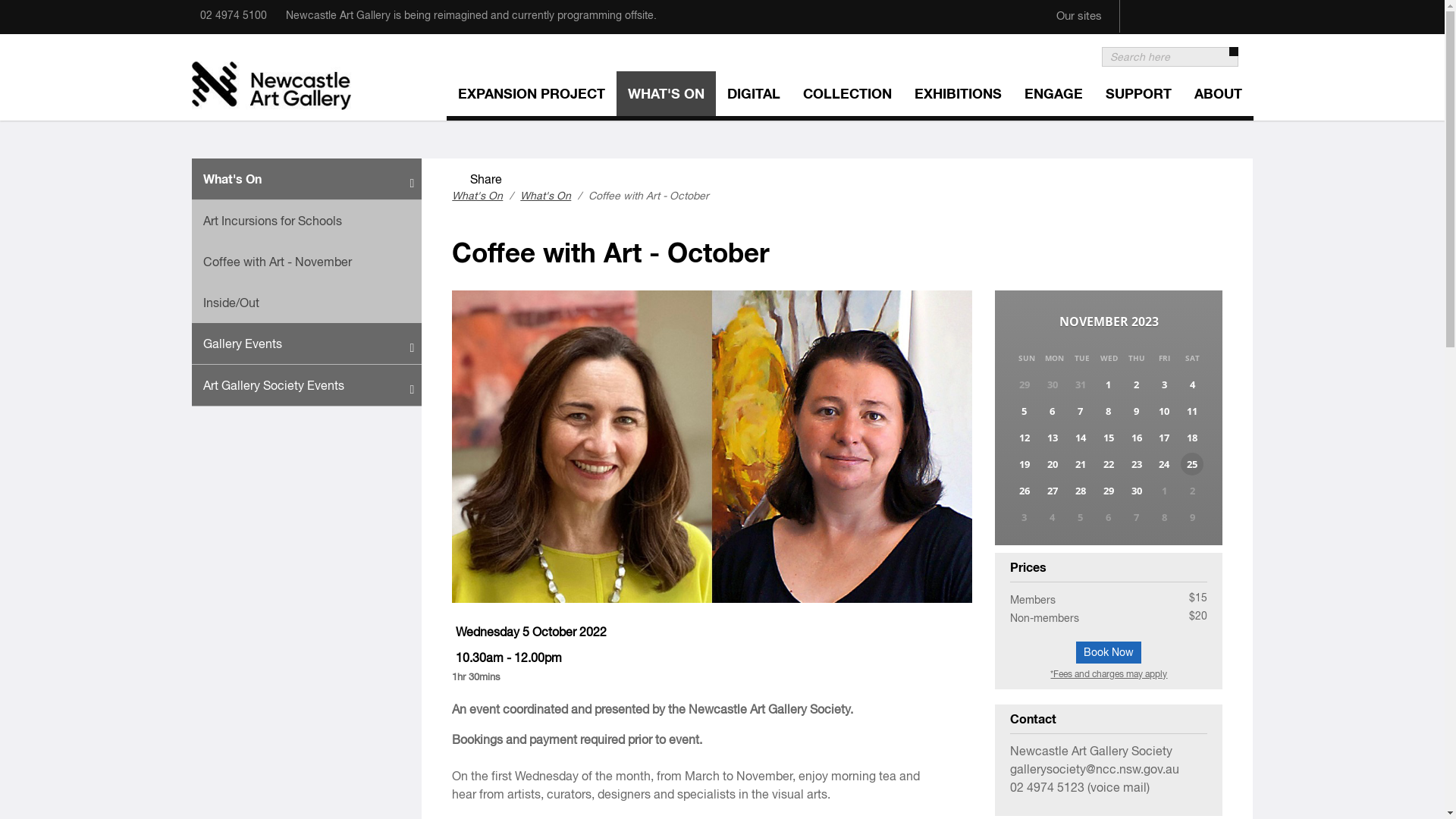 The width and height of the screenshot is (1456, 819). Describe the element at coordinates (753, 96) in the screenshot. I see `'DIGITAL'` at that location.